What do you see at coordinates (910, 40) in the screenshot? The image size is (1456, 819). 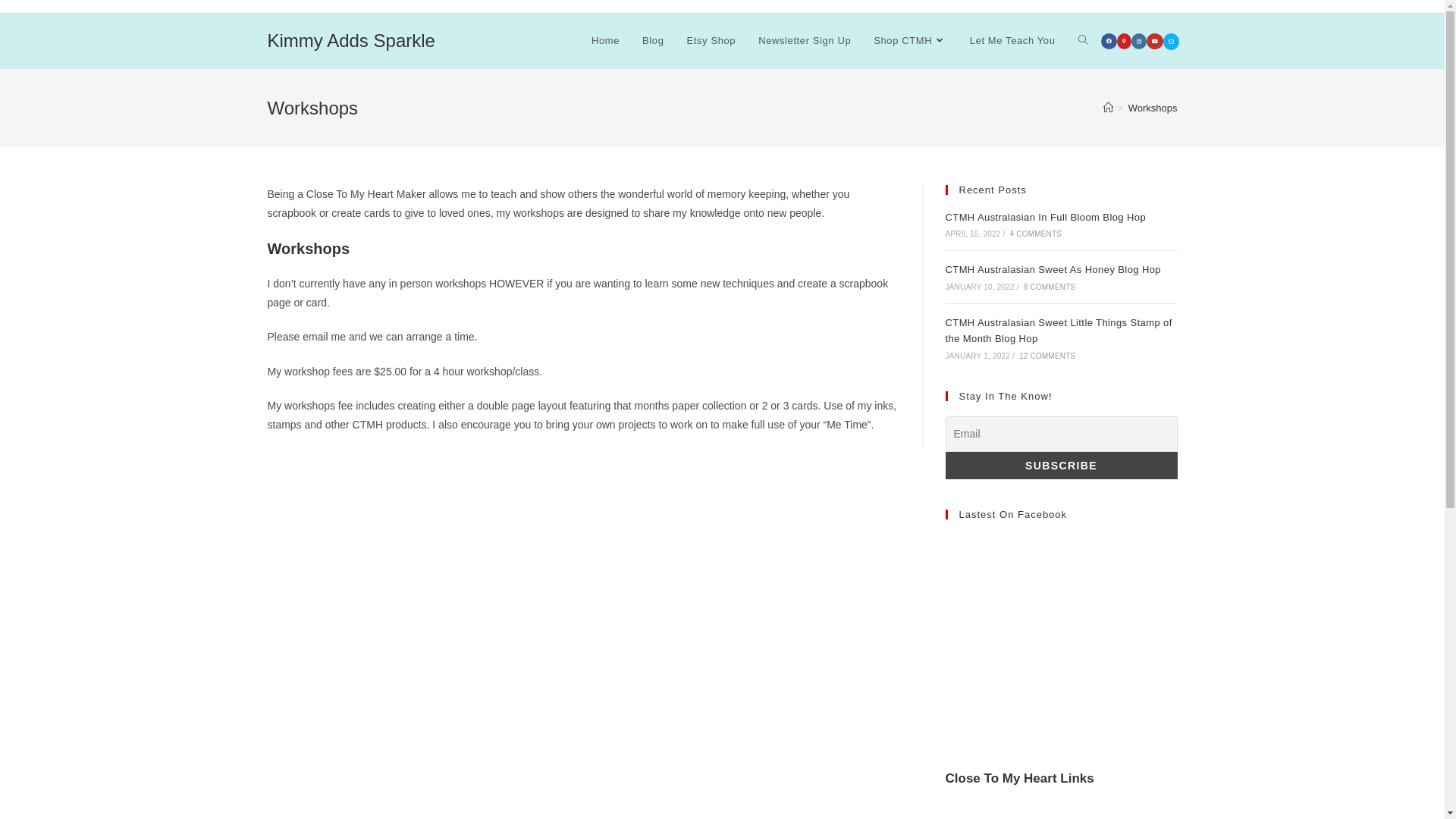 I see `'Shop CTMH'` at bounding box center [910, 40].